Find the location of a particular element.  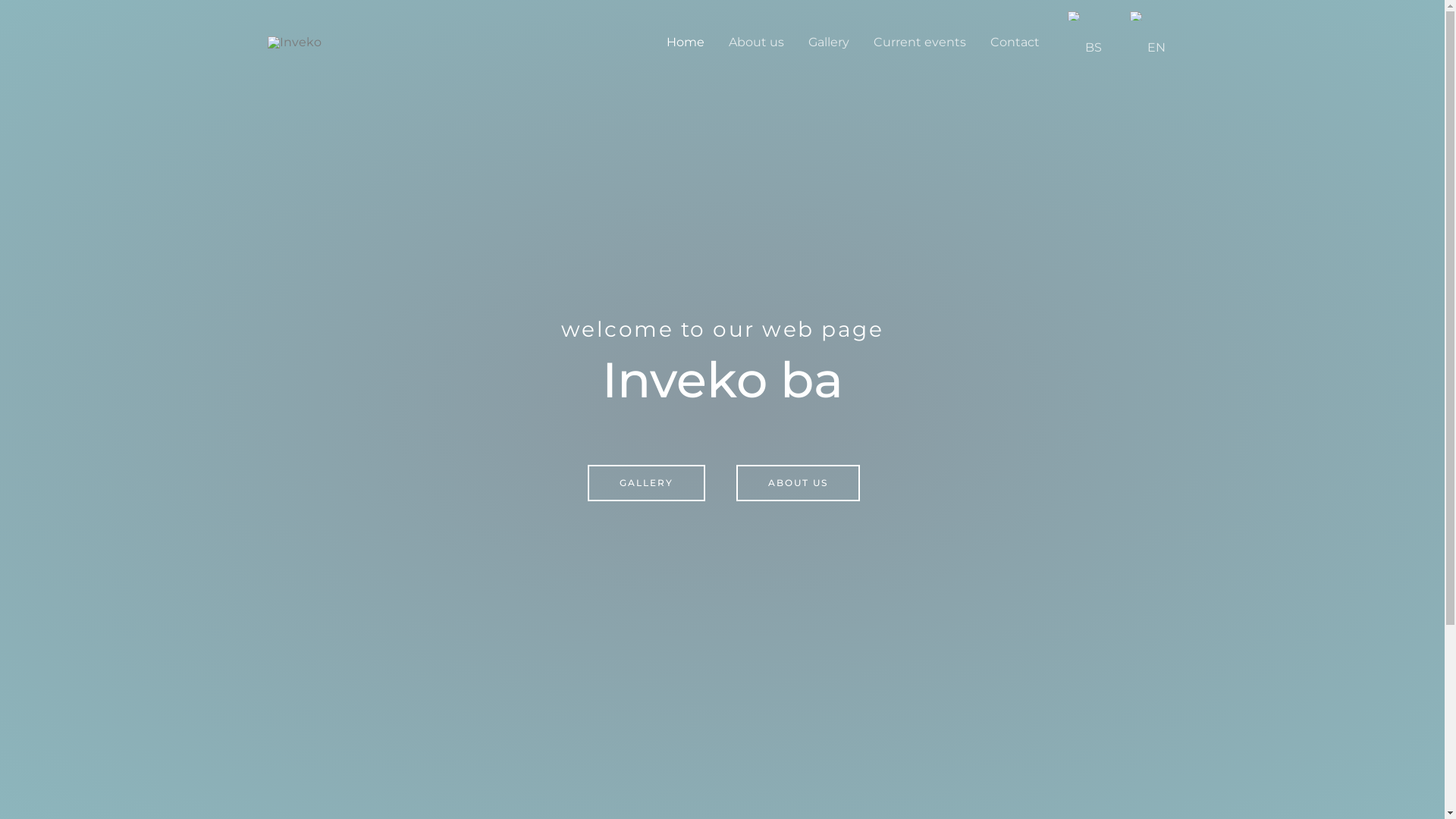

'BS' is located at coordinates (1050, 41).